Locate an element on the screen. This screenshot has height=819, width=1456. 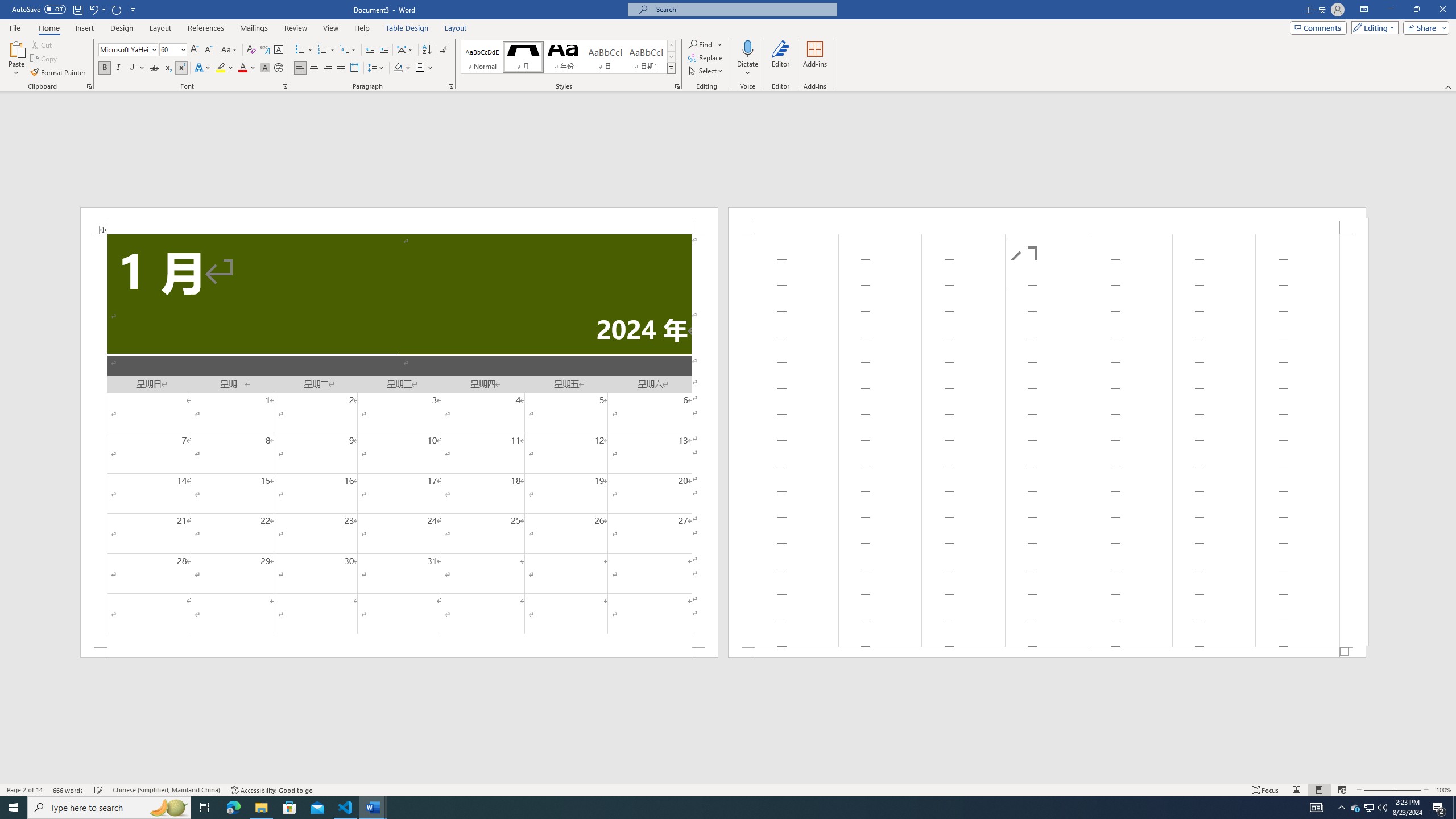
'Bullets' is located at coordinates (300, 49).